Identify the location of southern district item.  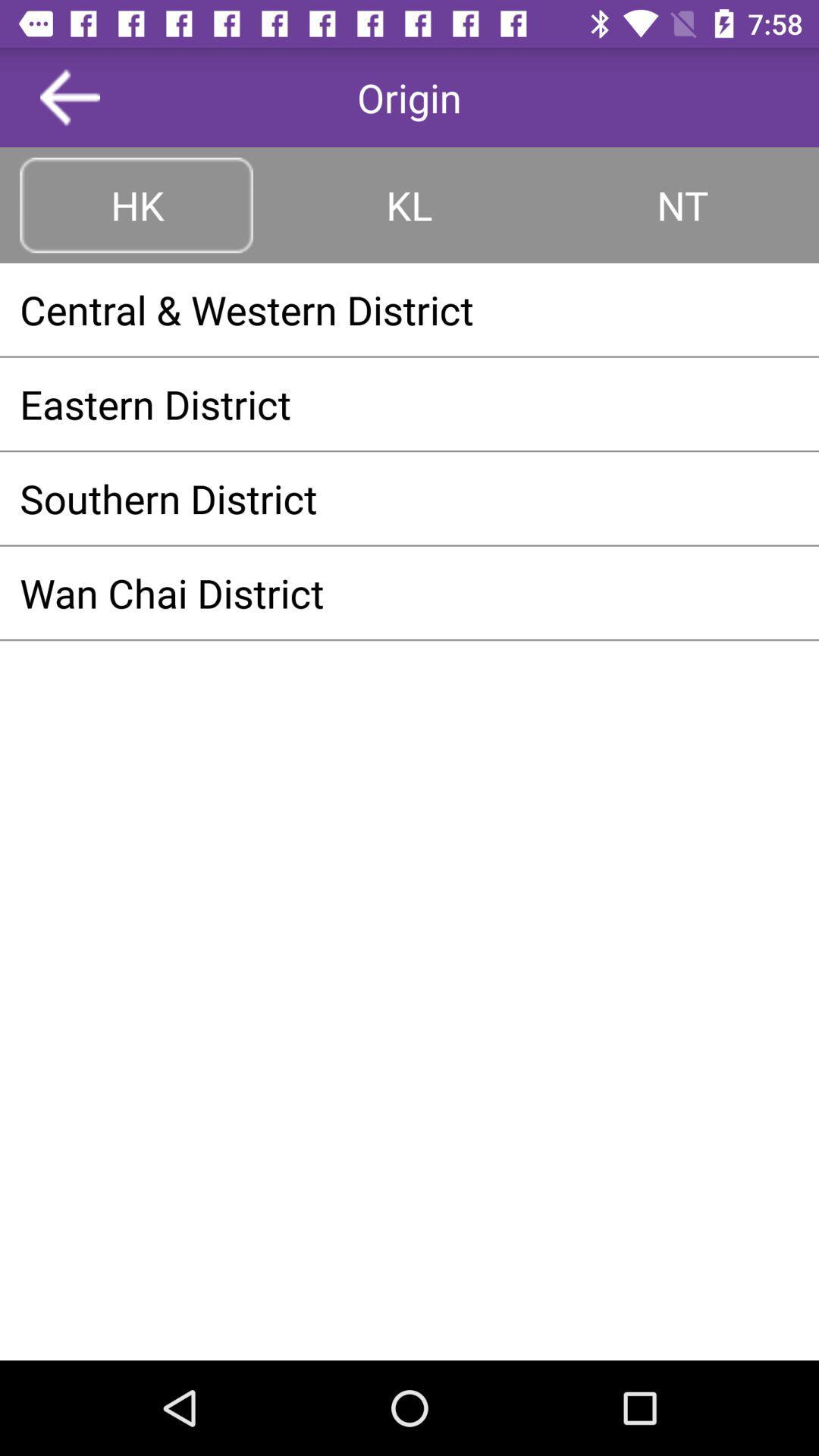
(409, 498).